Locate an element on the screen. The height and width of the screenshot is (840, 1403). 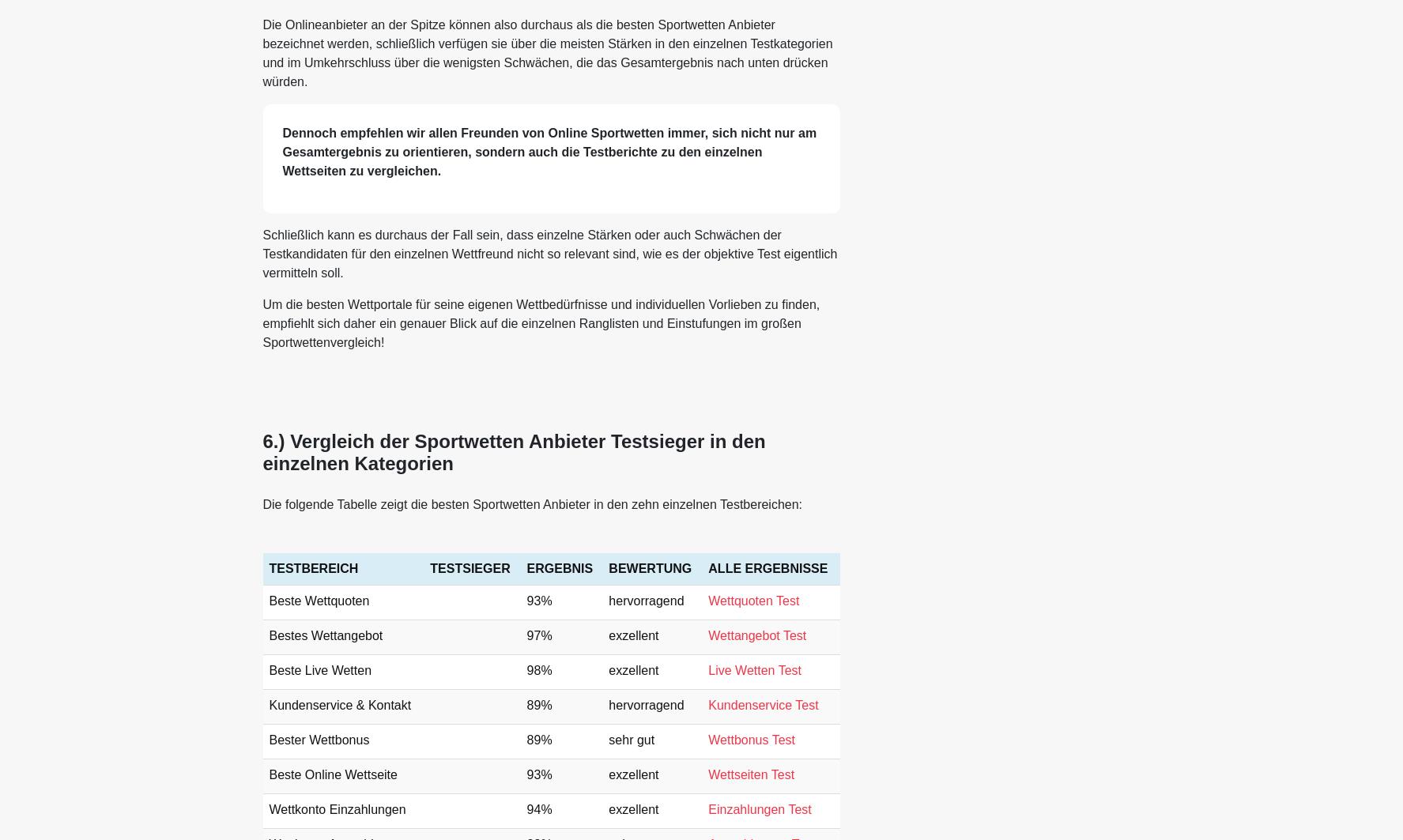
'Wettquoten Test' is located at coordinates (708, 600).